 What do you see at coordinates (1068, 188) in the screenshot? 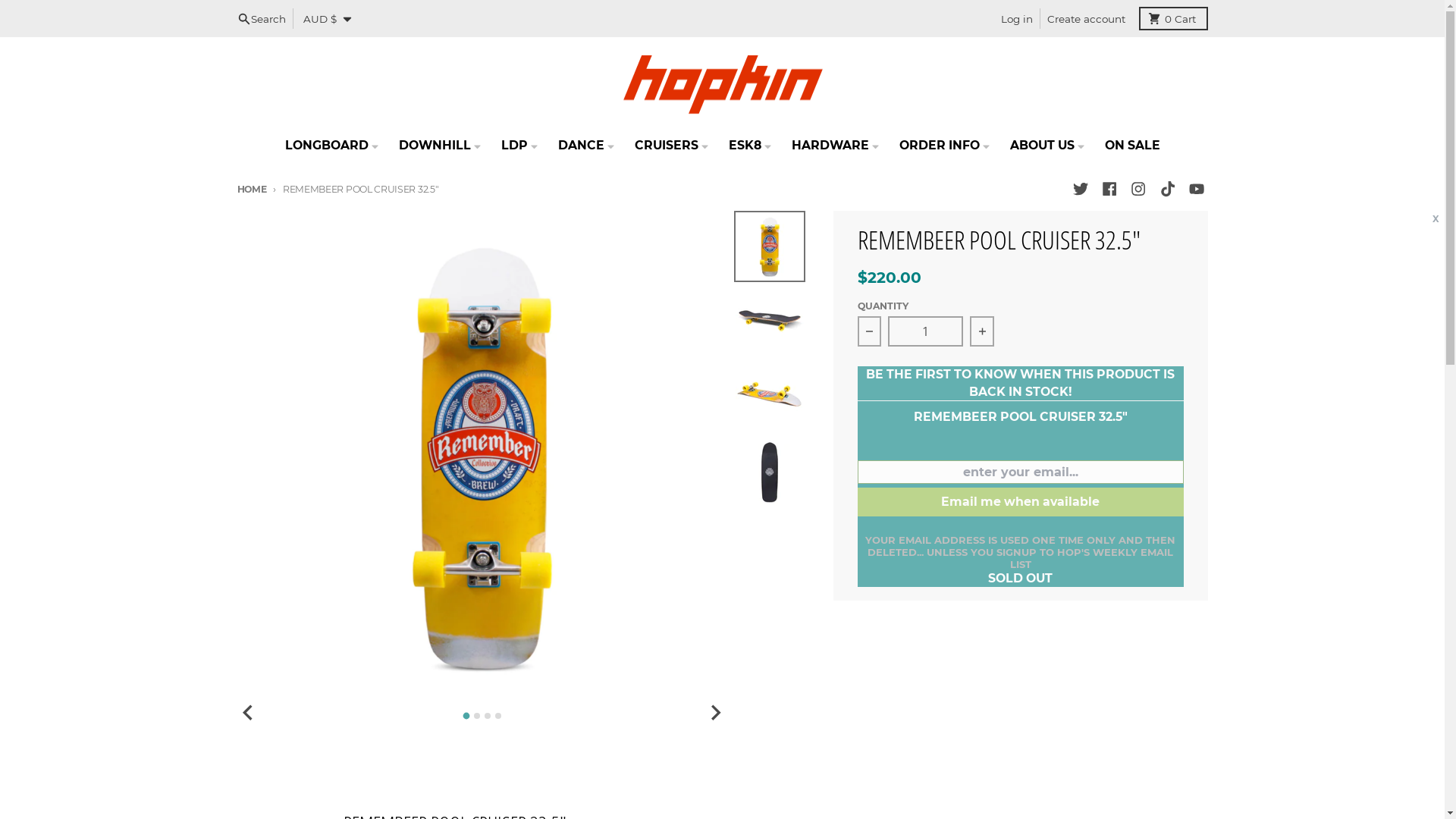
I see `'Twitter - Hopkin Skate'` at bounding box center [1068, 188].